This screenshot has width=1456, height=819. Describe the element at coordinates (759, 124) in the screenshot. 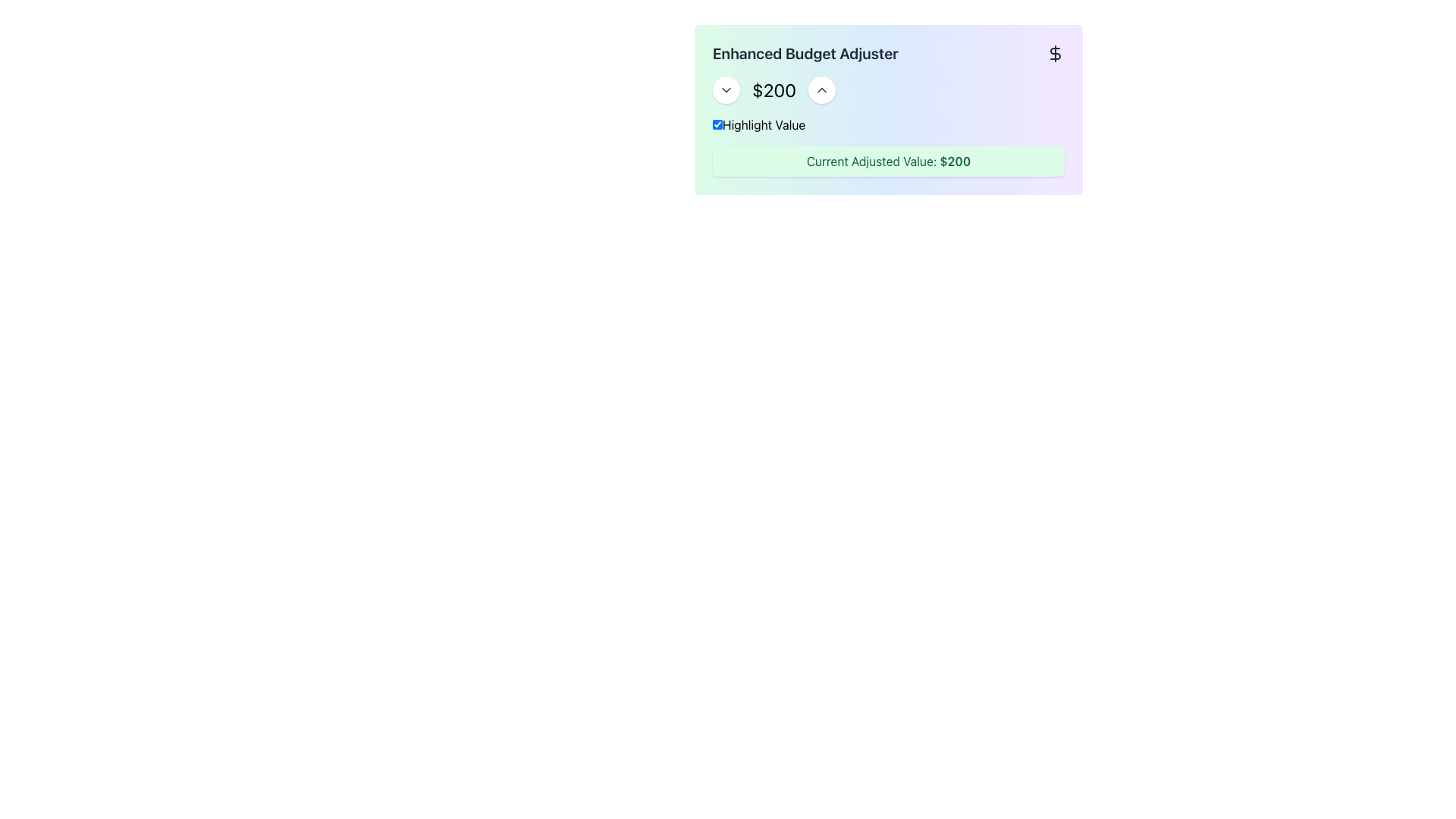

I see `the descriptive Text label for the checkbox located to the right of its sibling checkbox component` at that location.